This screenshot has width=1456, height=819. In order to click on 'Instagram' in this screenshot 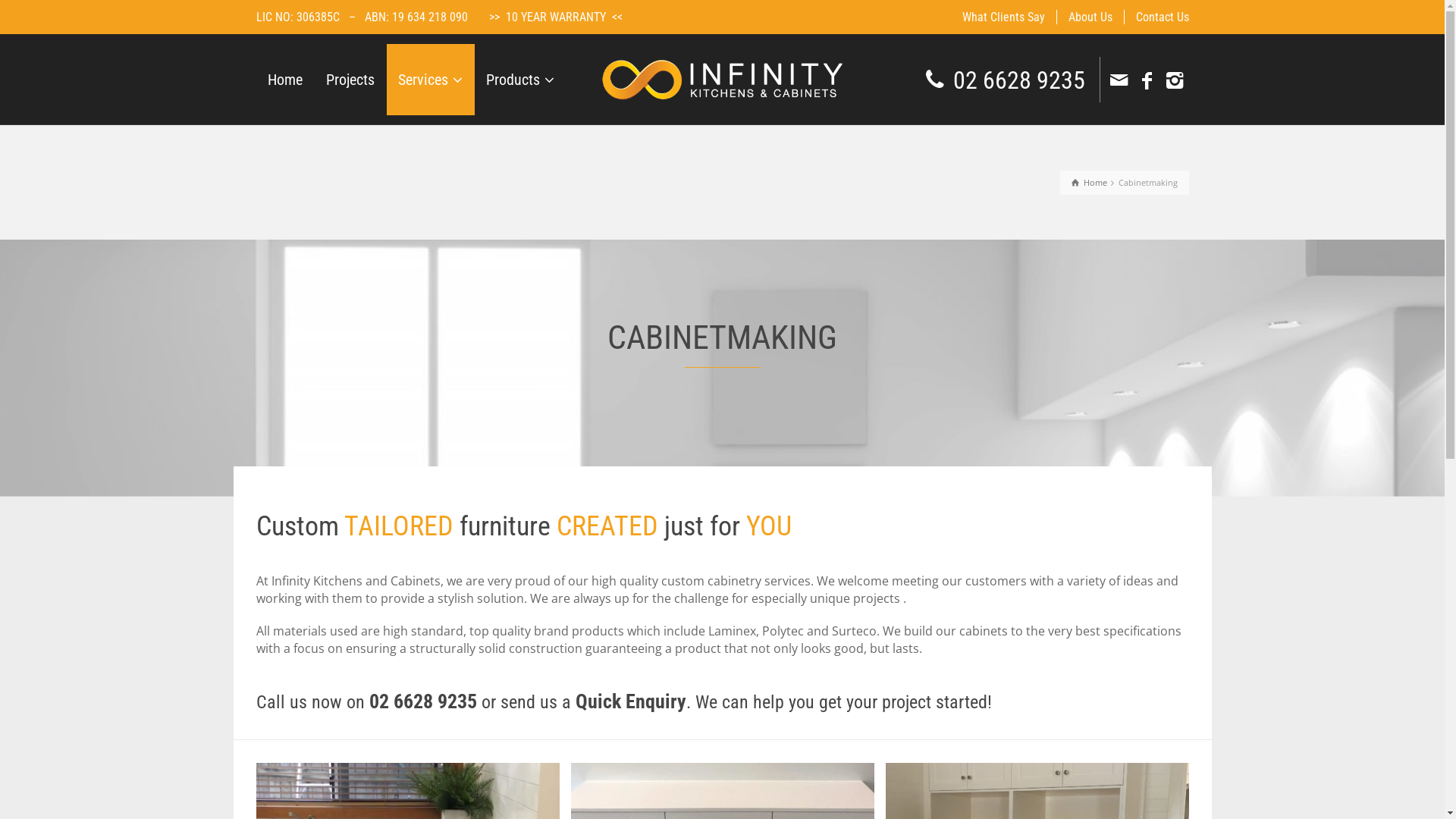, I will do `click(1175, 80)`.